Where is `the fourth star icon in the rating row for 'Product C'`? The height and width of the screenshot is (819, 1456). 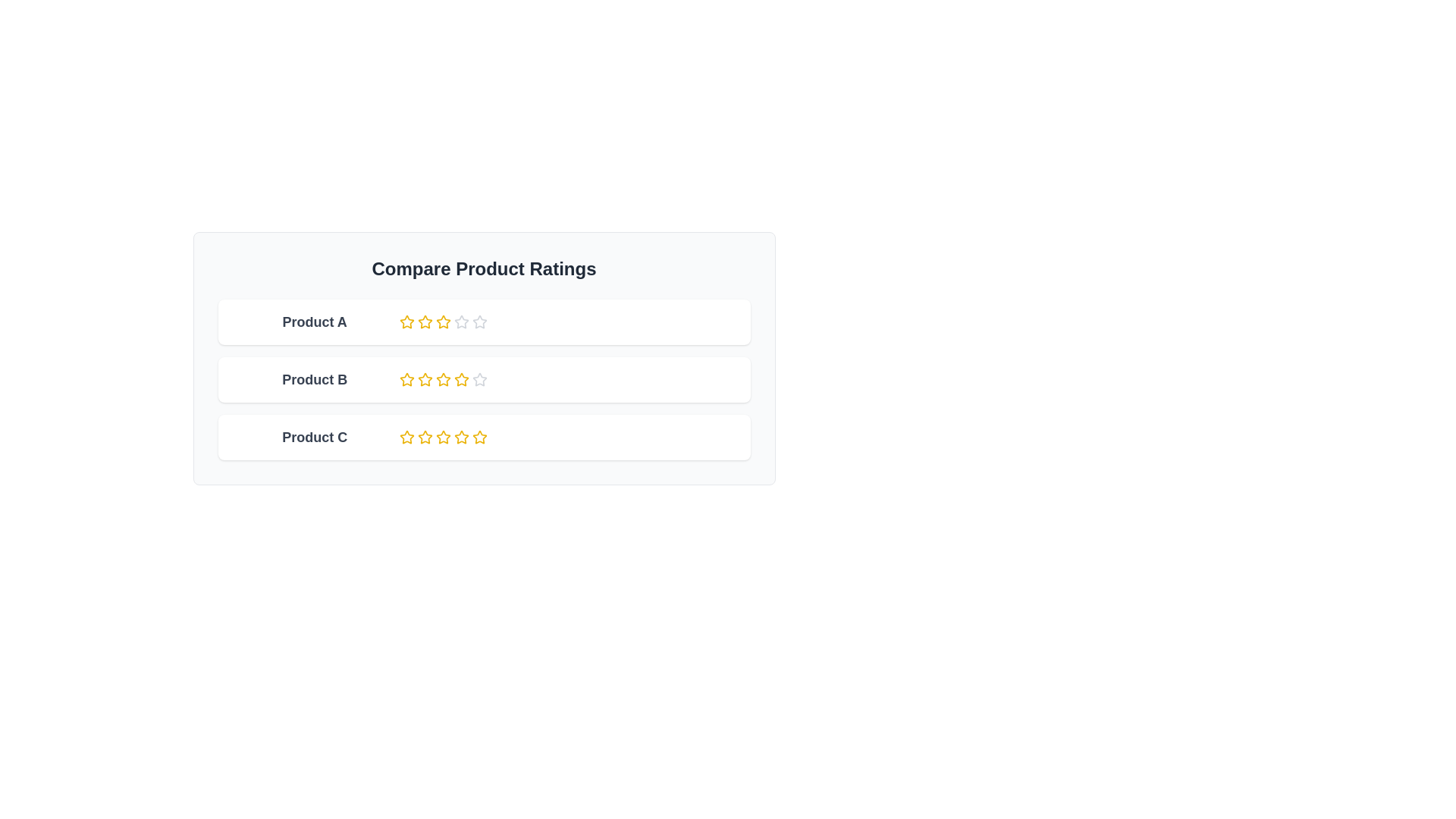
the fourth star icon in the rating row for 'Product C' is located at coordinates (460, 438).